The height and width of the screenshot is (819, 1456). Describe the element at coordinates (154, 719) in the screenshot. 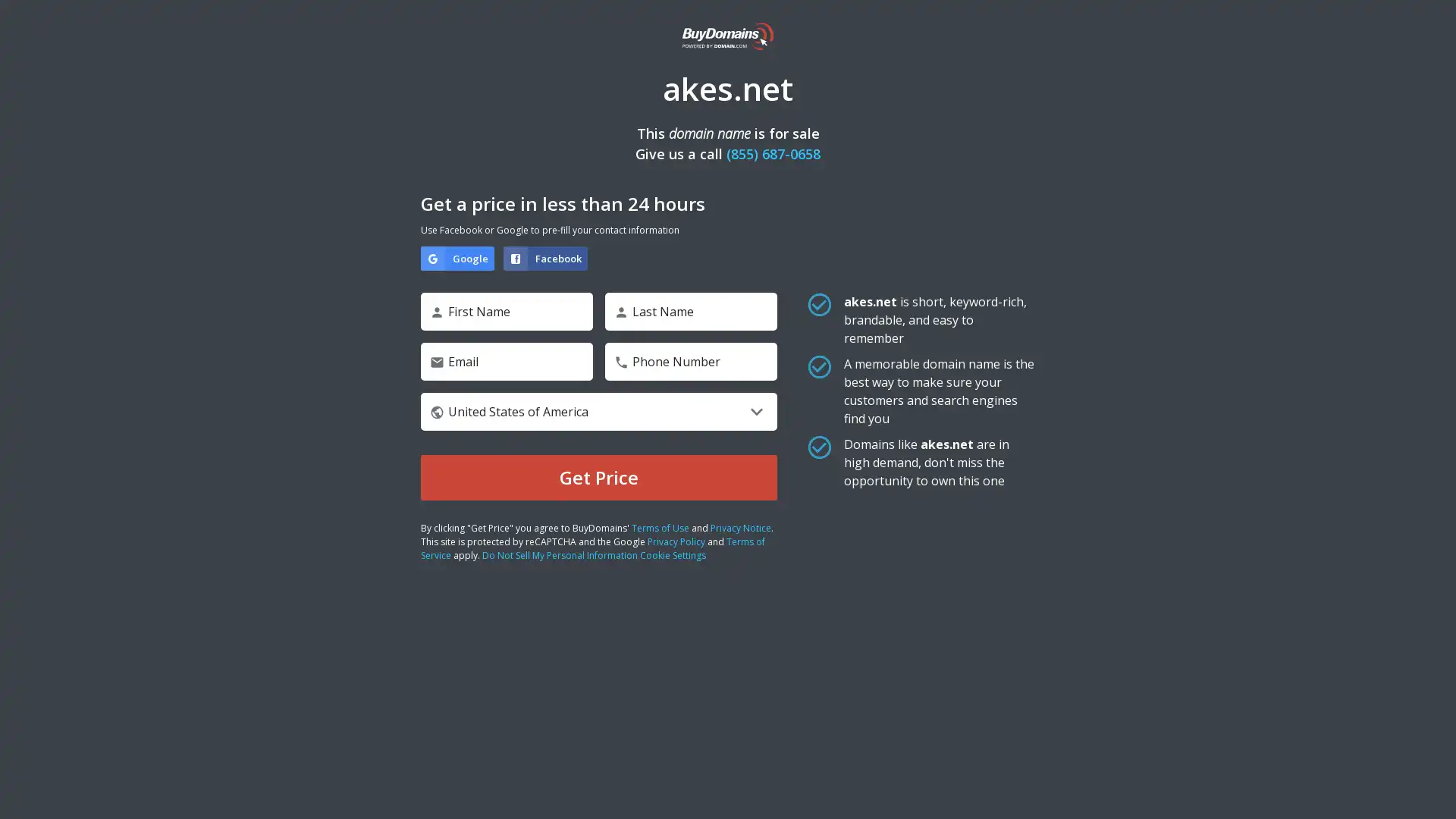

I see `Got It` at that location.